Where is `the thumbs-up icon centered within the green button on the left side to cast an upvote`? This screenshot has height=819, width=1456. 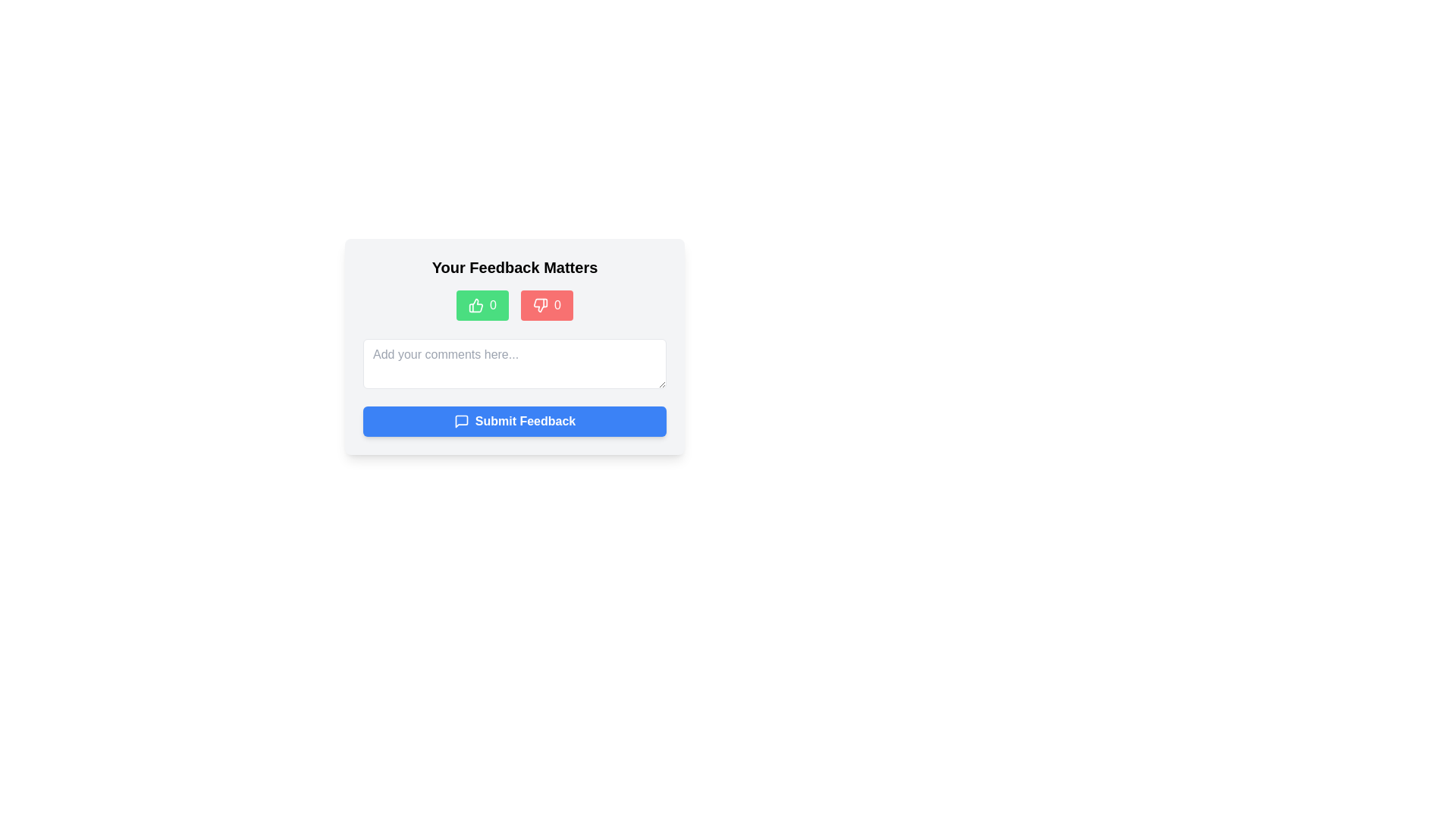
the thumbs-up icon centered within the green button on the left side to cast an upvote is located at coordinates (475, 305).